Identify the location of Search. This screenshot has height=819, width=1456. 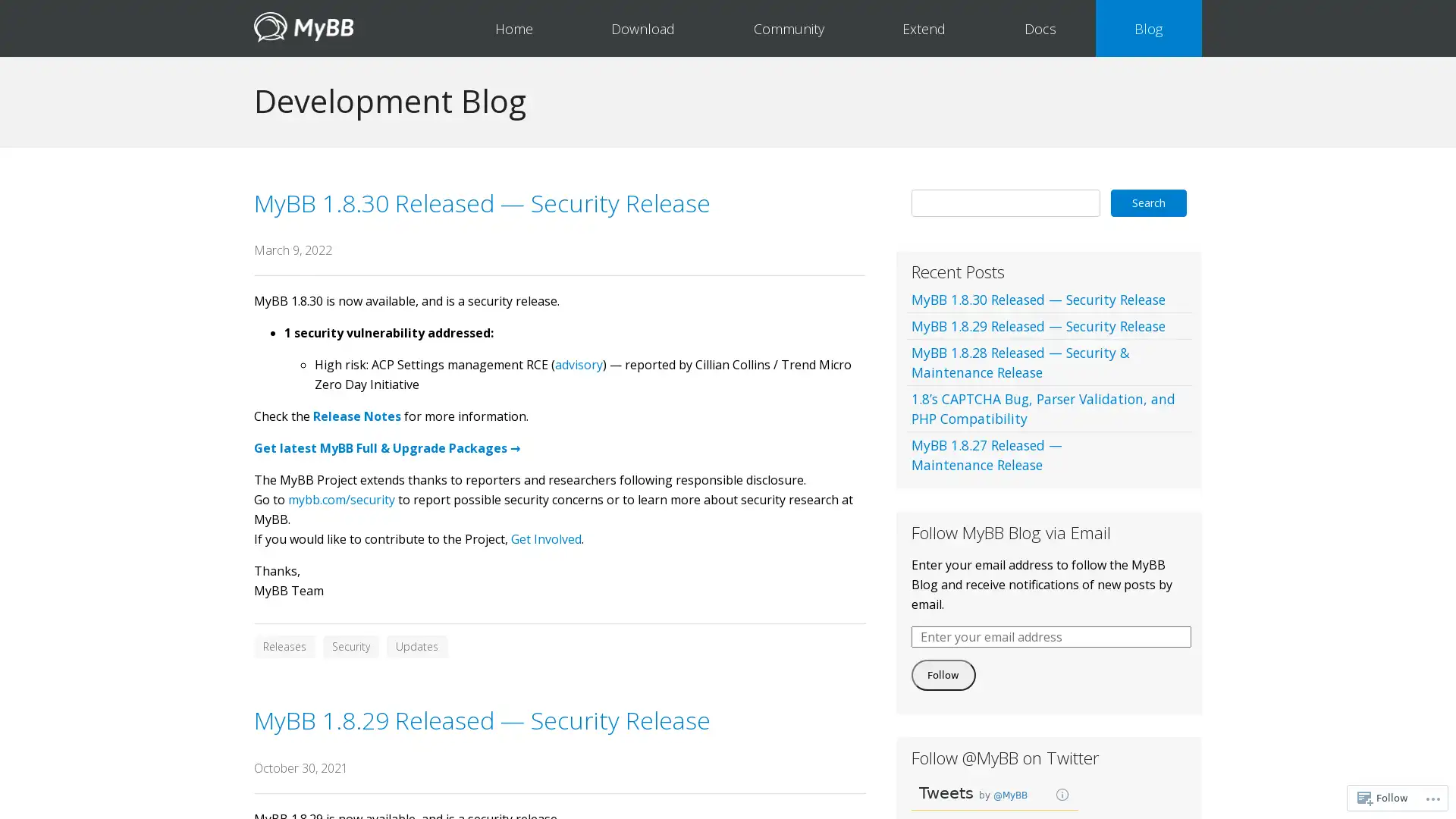
(1149, 202).